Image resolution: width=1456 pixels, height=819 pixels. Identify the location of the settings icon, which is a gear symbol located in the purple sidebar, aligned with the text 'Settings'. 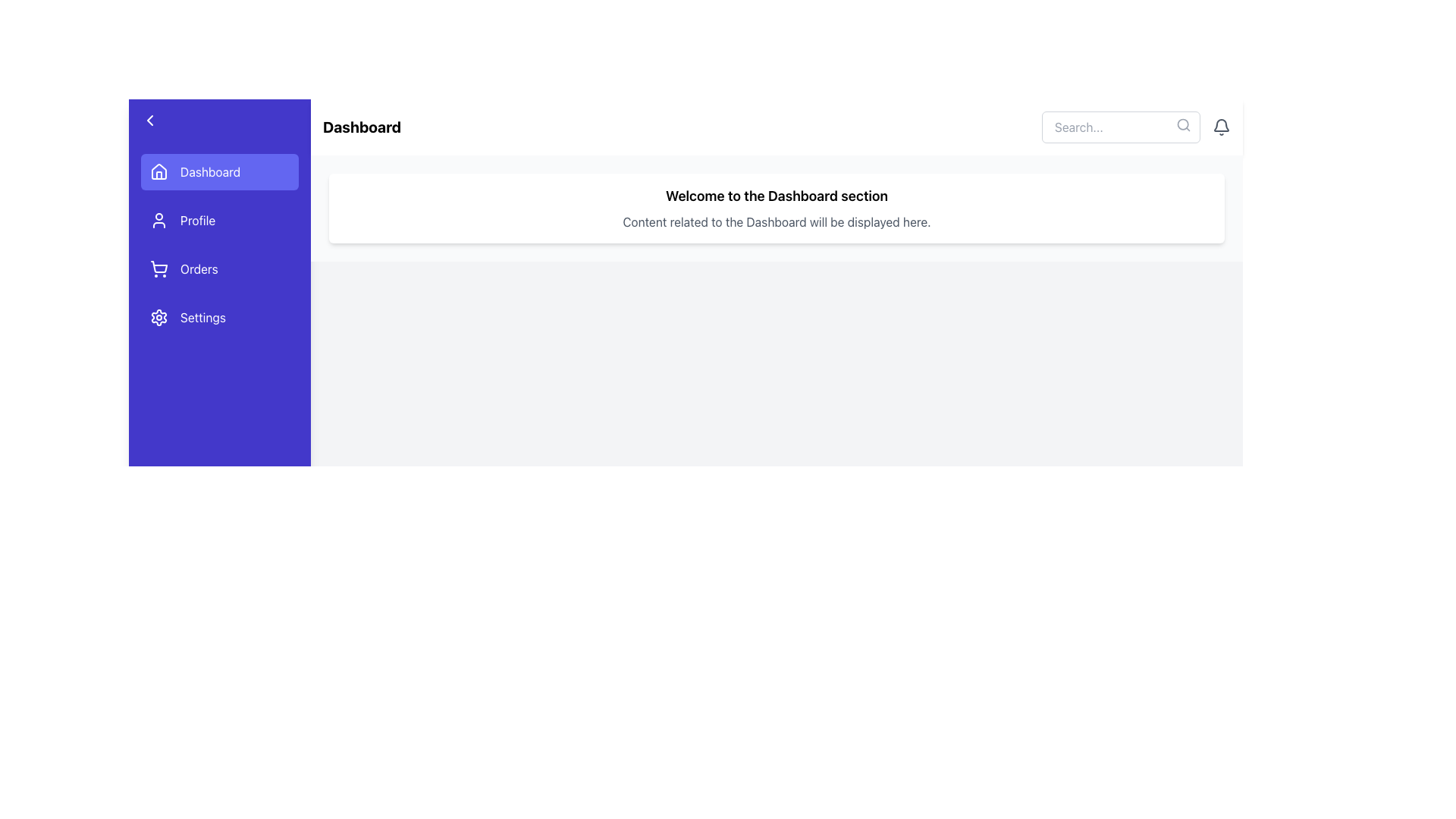
(159, 317).